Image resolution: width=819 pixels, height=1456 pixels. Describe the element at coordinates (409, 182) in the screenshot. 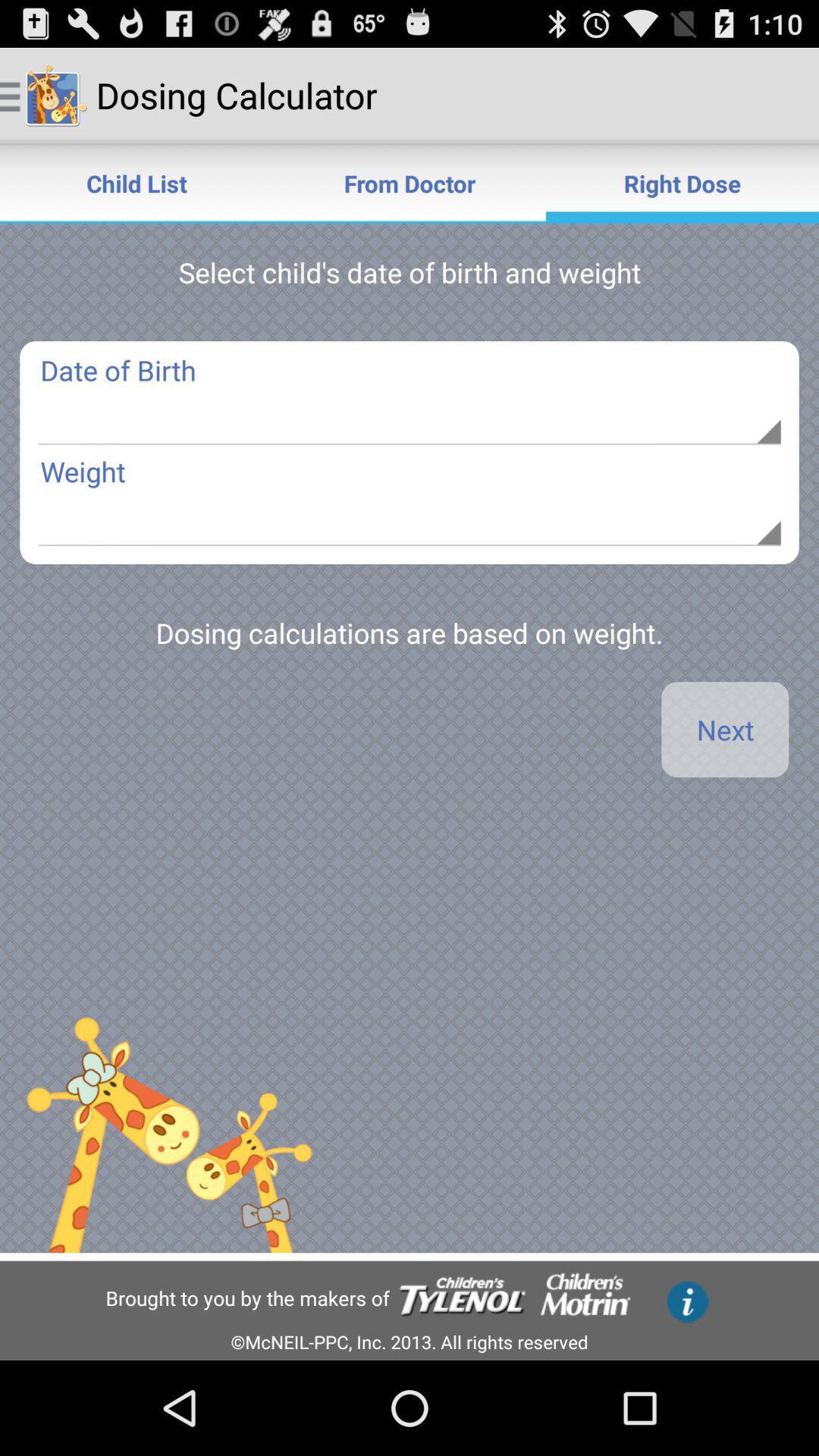

I see `from doctor` at that location.